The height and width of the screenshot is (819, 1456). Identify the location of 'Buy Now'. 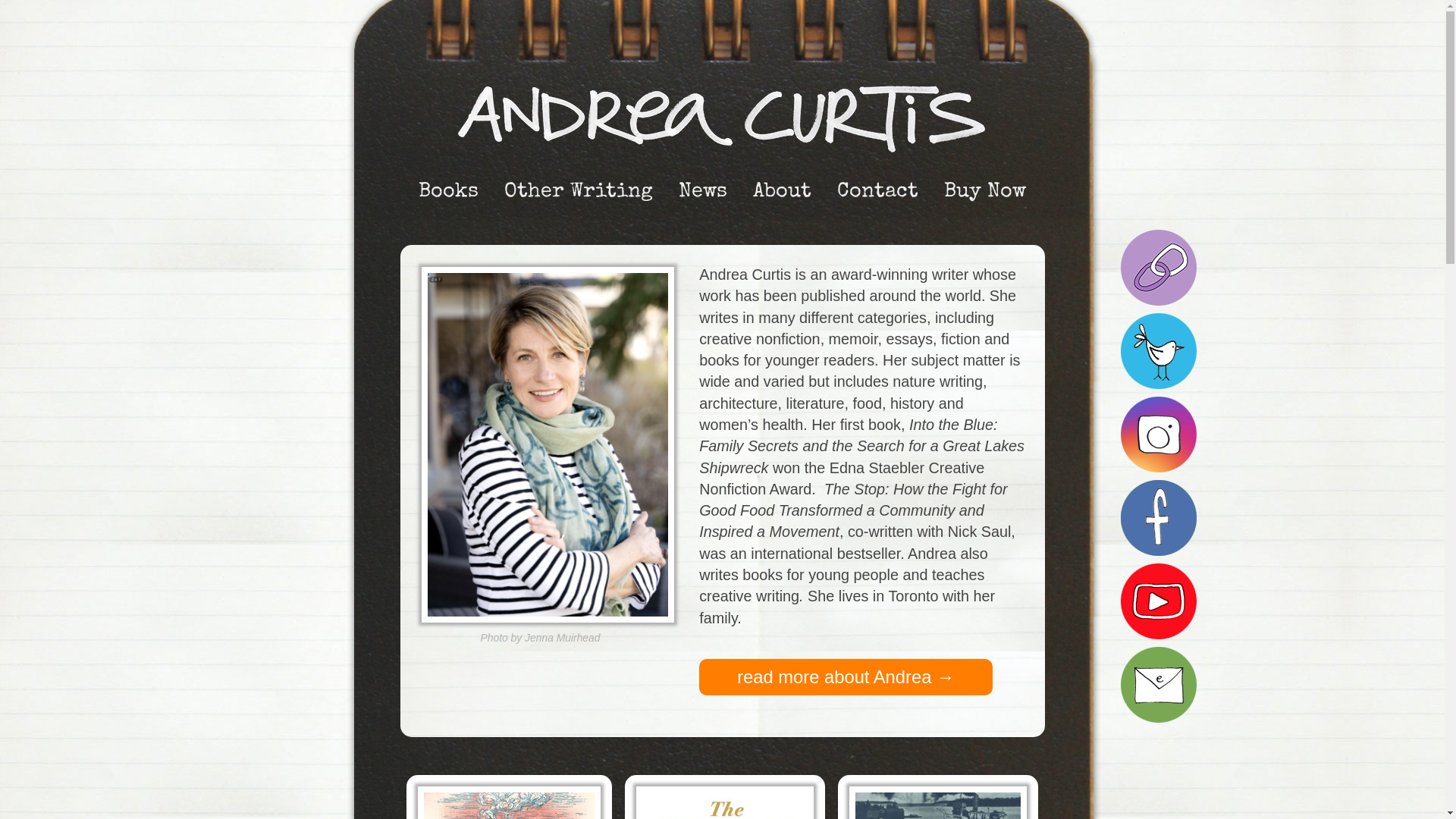
(985, 191).